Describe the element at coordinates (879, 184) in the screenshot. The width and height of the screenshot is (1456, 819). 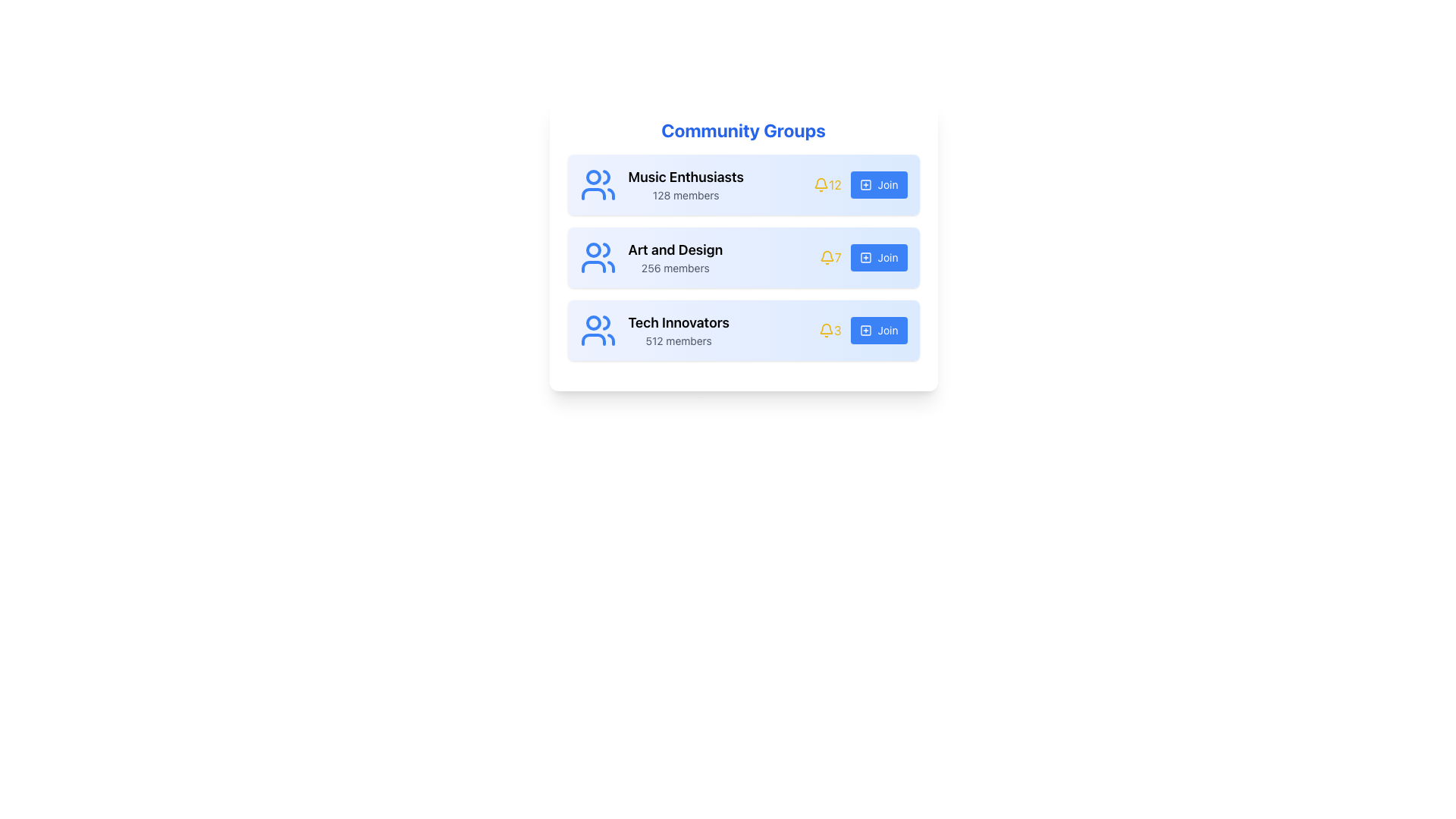
I see `the button for joining the 'Music Enthusiasts' community group located on the right side of the first row in the 'Community Groups' section` at that location.